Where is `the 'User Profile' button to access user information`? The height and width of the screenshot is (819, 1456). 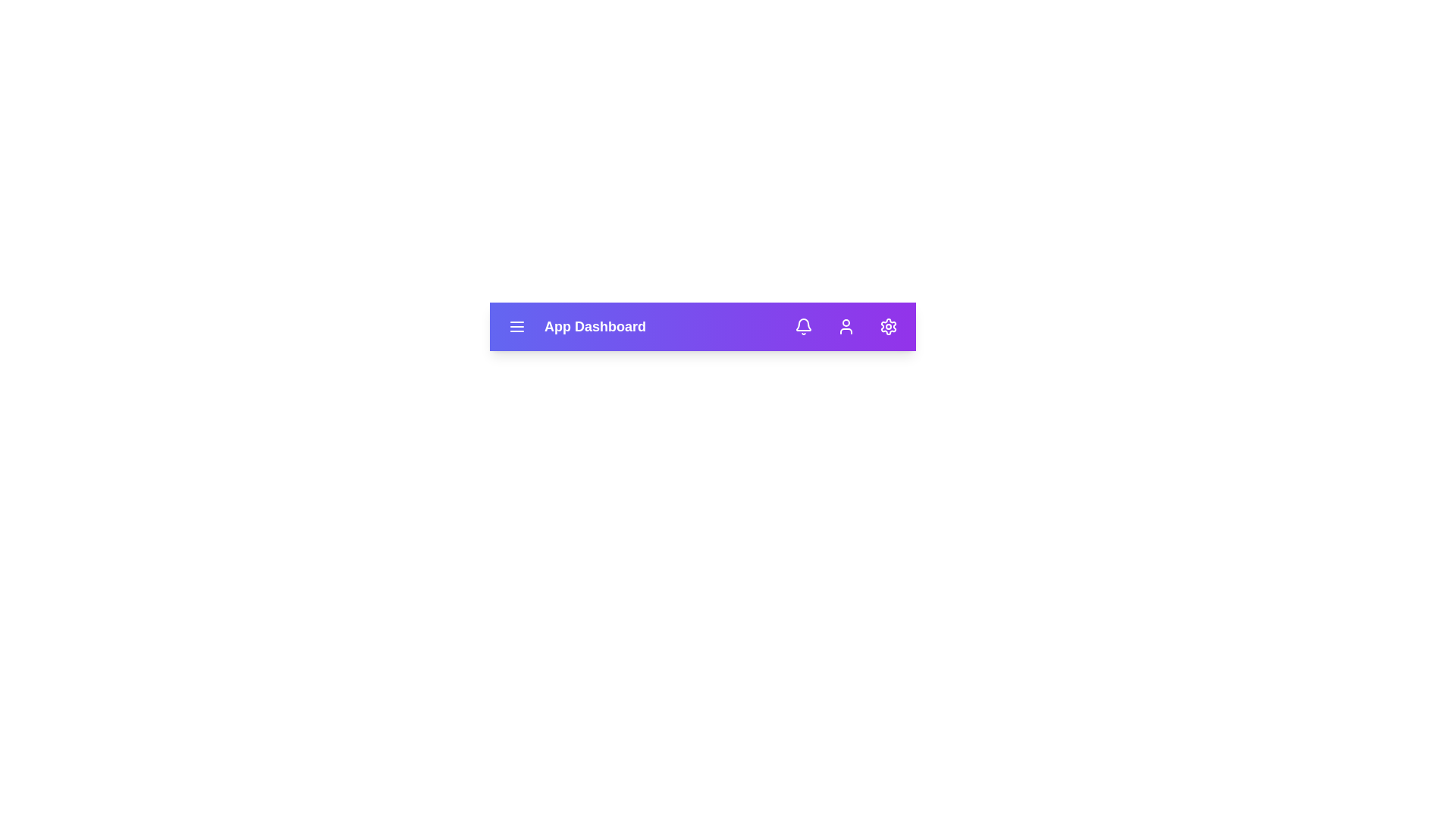
the 'User Profile' button to access user information is located at coordinates (846, 326).